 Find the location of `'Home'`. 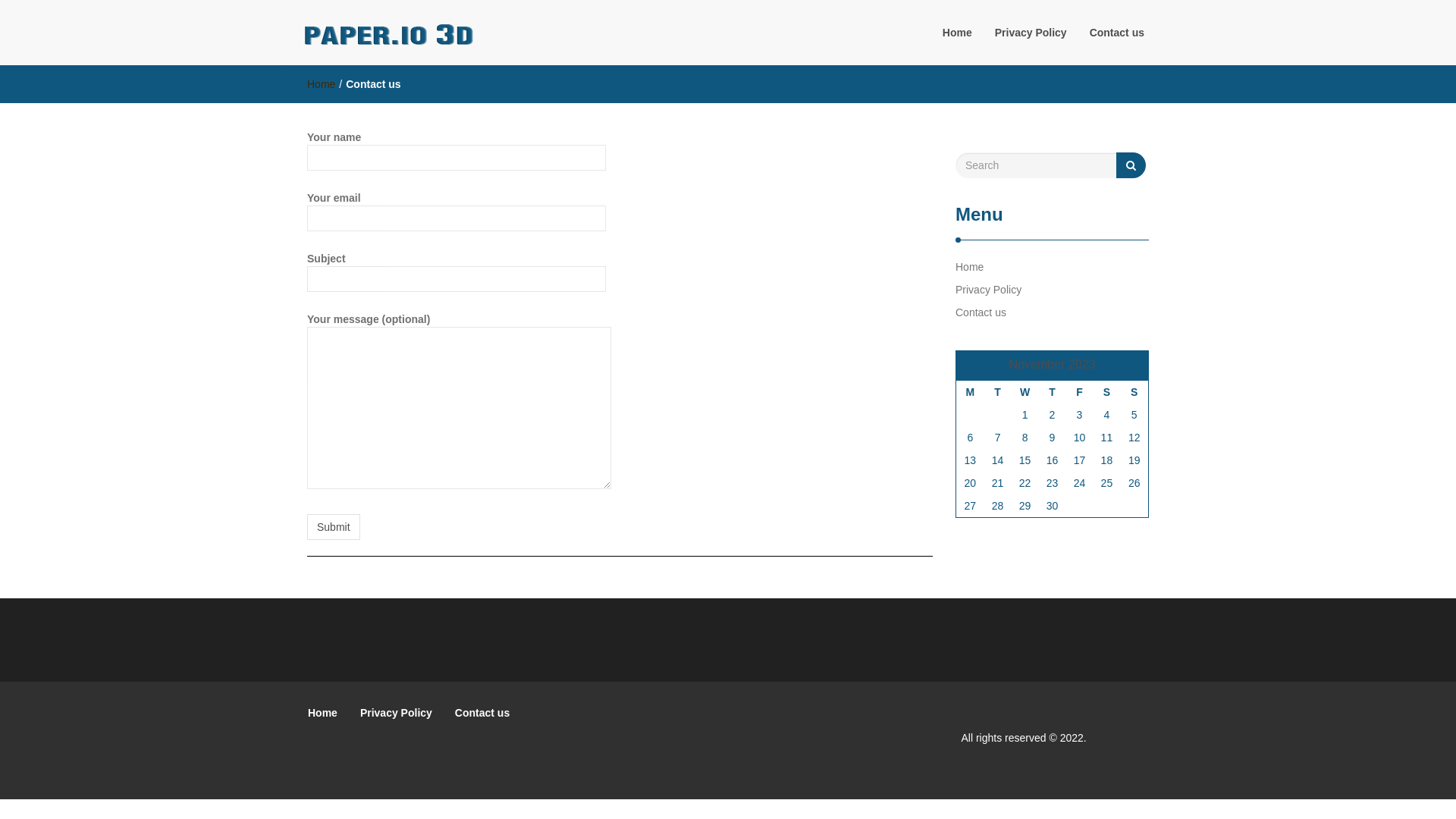

'Home' is located at coordinates (956, 32).